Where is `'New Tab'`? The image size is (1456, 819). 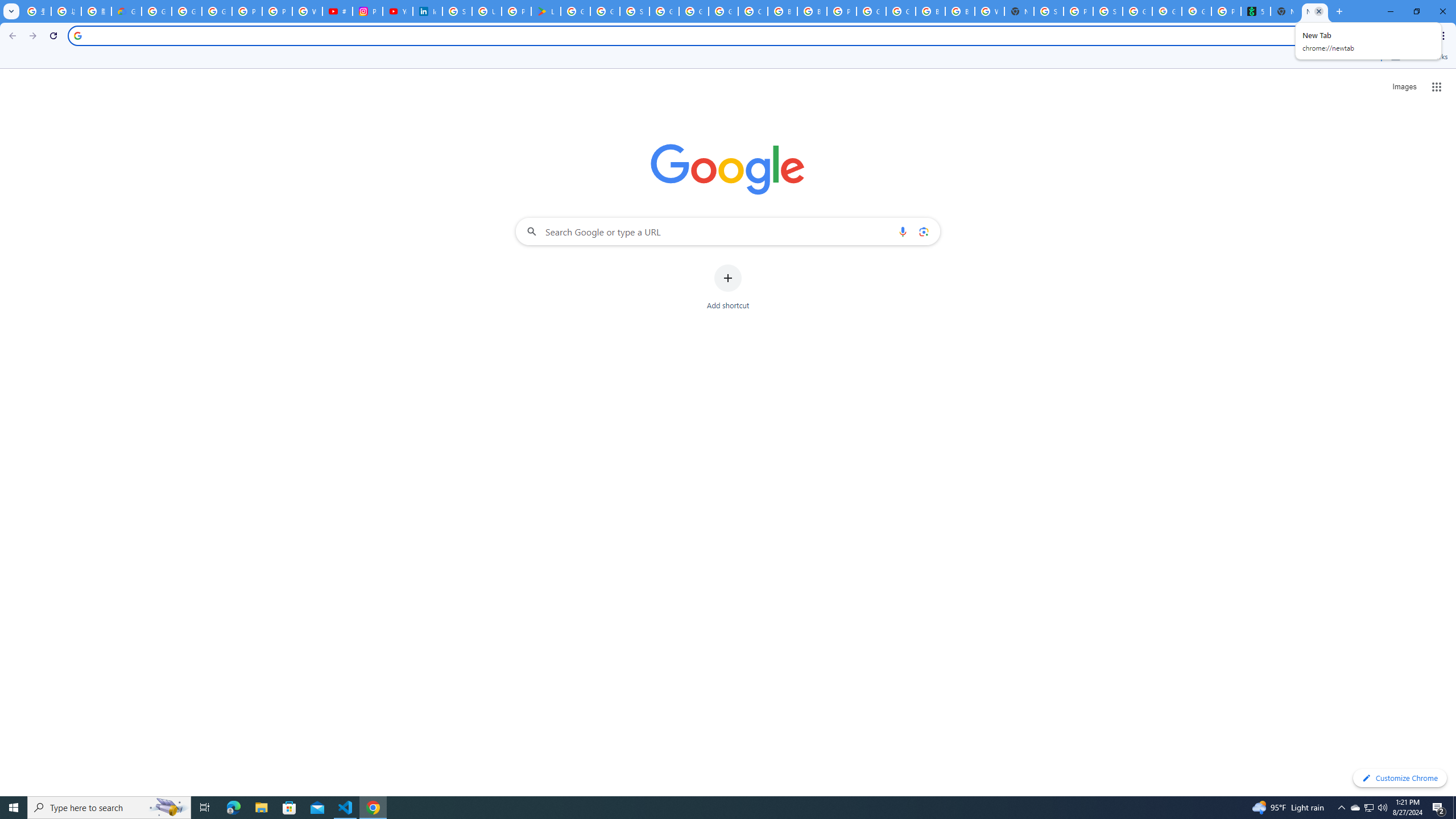 'New Tab' is located at coordinates (1338, 11).